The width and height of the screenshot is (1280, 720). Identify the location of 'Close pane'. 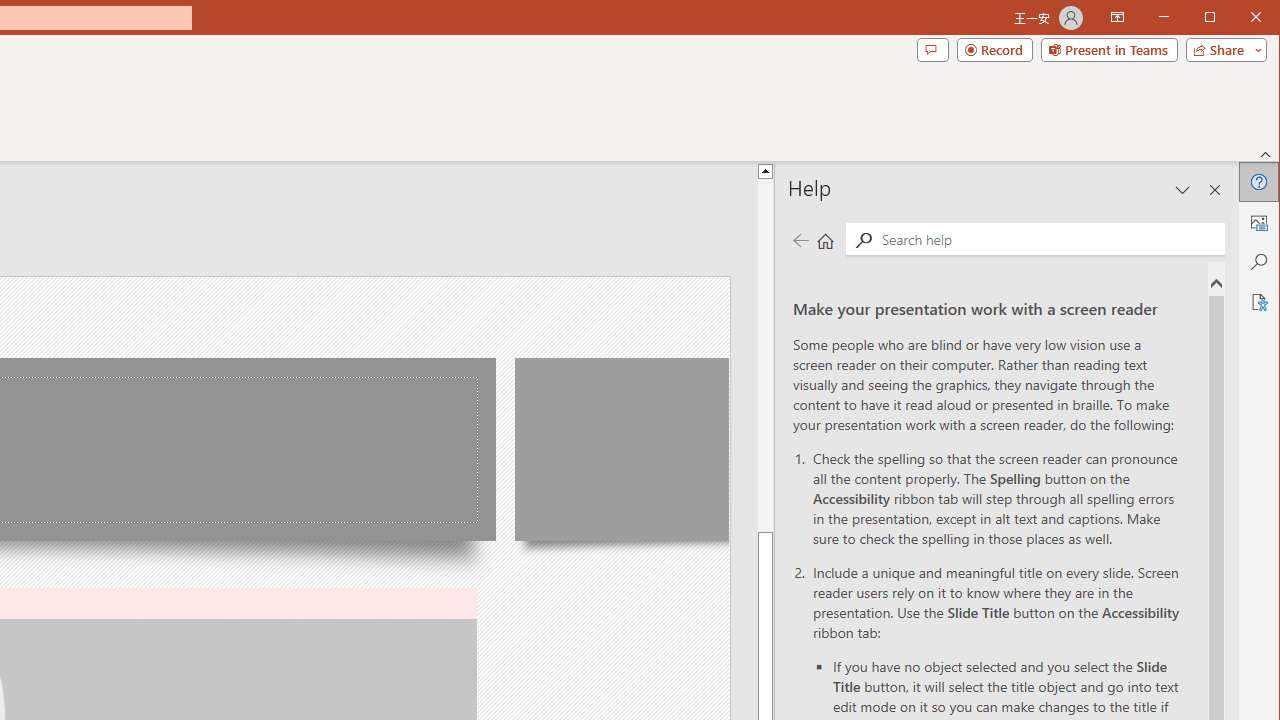
(1214, 190).